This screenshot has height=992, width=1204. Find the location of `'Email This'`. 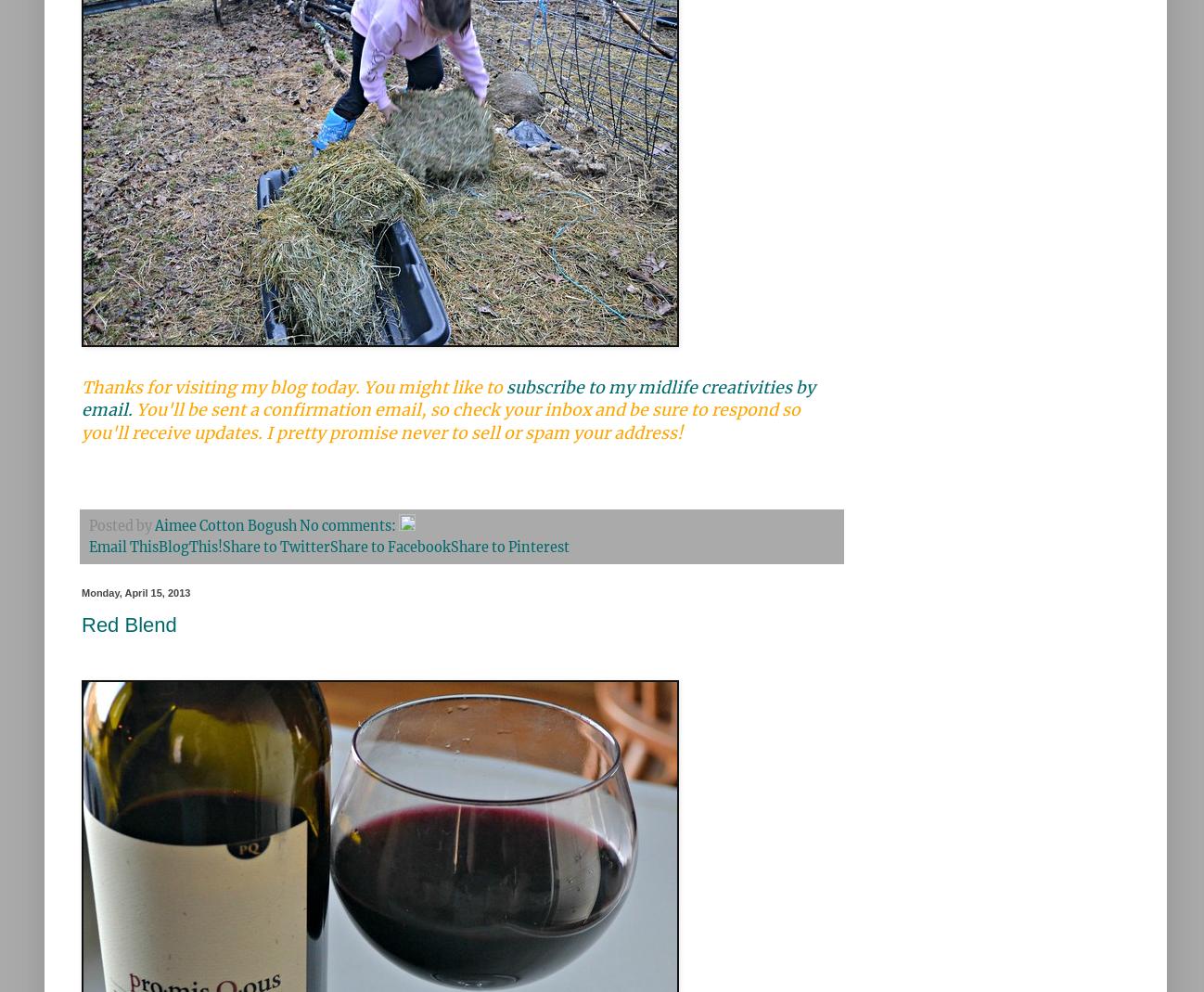

'Email This' is located at coordinates (89, 547).